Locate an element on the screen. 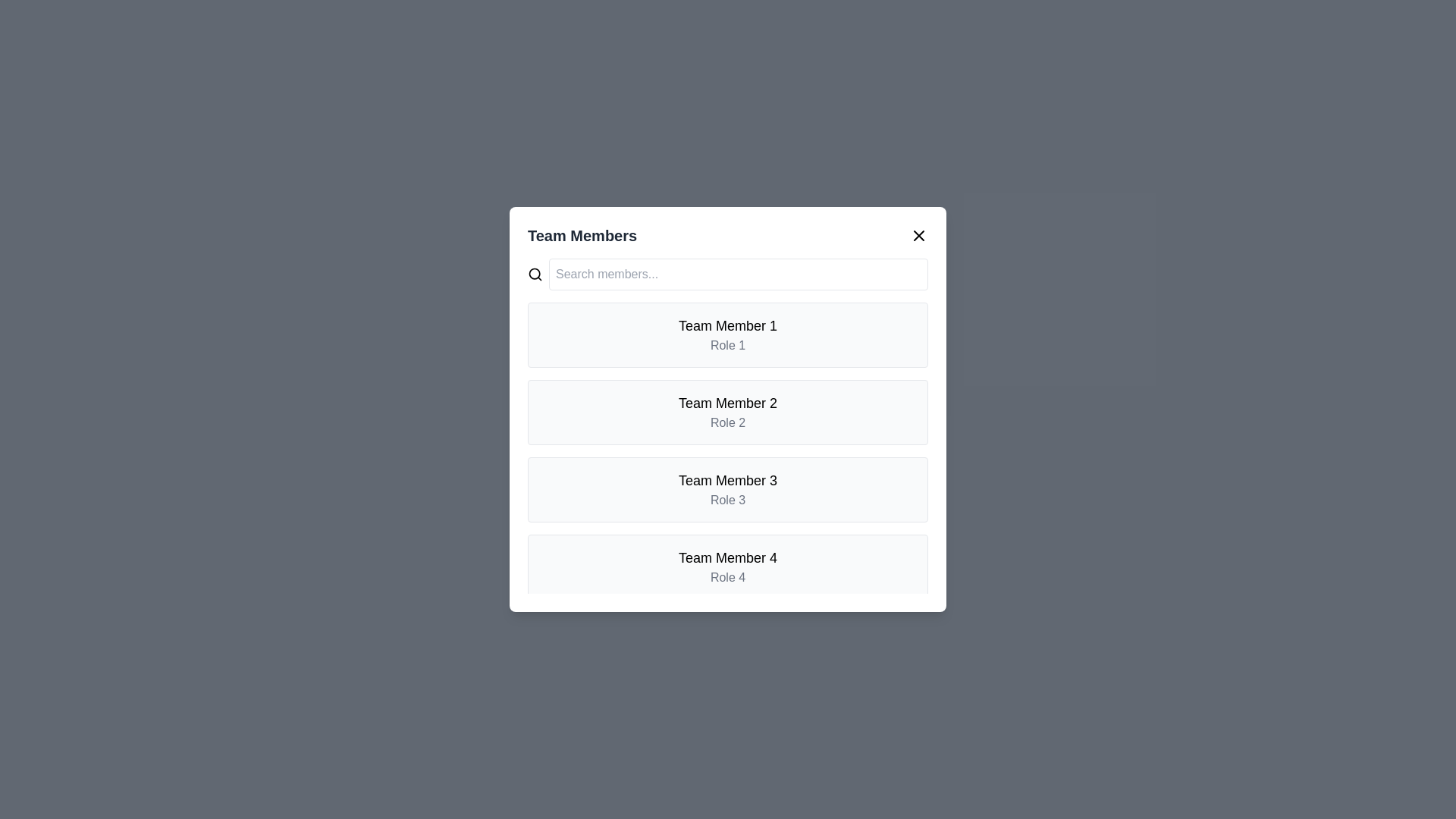 The height and width of the screenshot is (819, 1456). the card of team member Team Member 1 is located at coordinates (728, 334).